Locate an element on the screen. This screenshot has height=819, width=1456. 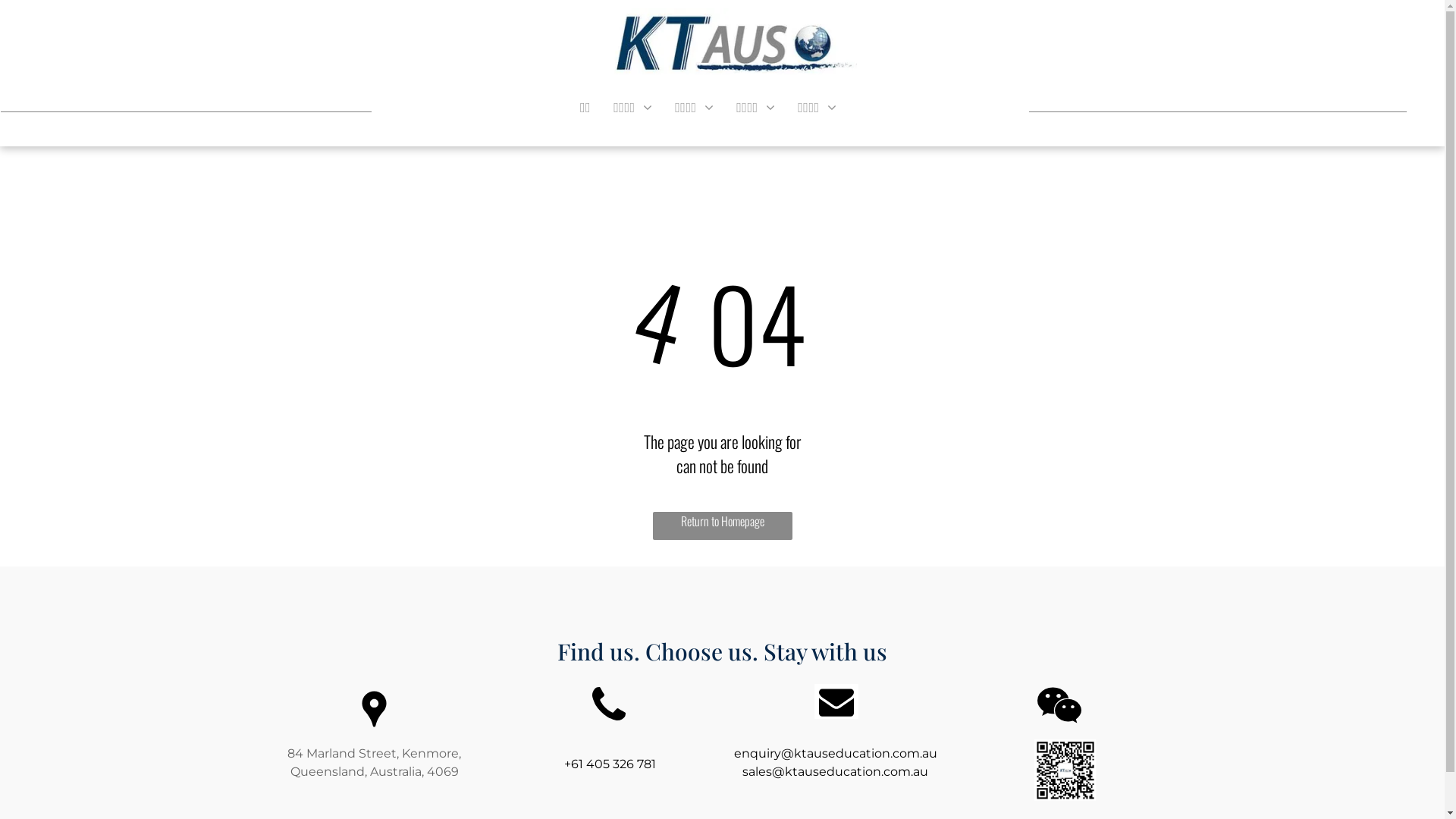
'Return to Homepage' is located at coordinates (720, 525).